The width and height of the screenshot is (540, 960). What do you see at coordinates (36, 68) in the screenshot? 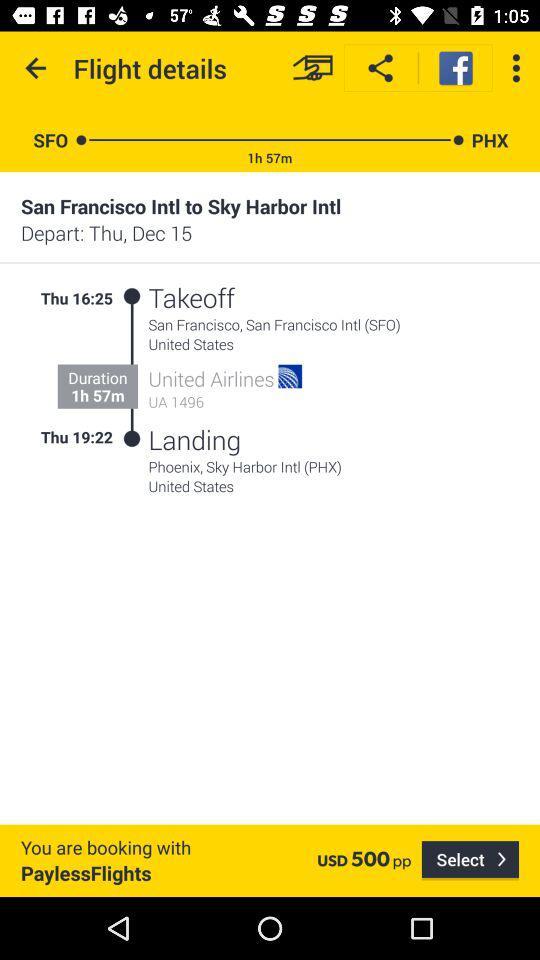
I see `item above the sfo` at bounding box center [36, 68].